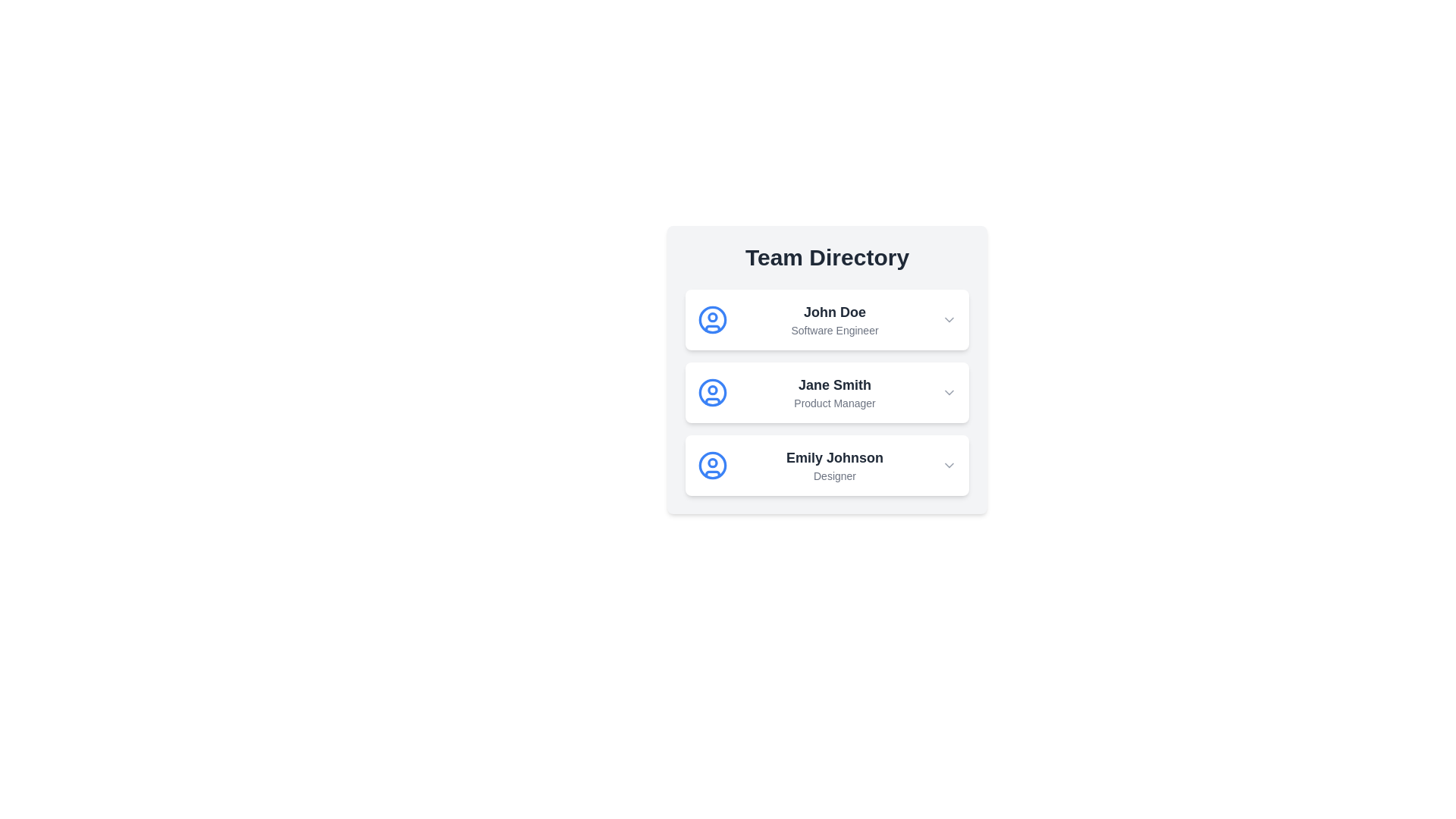 The width and height of the screenshot is (1456, 819). What do you see at coordinates (833, 312) in the screenshot?
I see `the user name John Doe to select it` at bounding box center [833, 312].